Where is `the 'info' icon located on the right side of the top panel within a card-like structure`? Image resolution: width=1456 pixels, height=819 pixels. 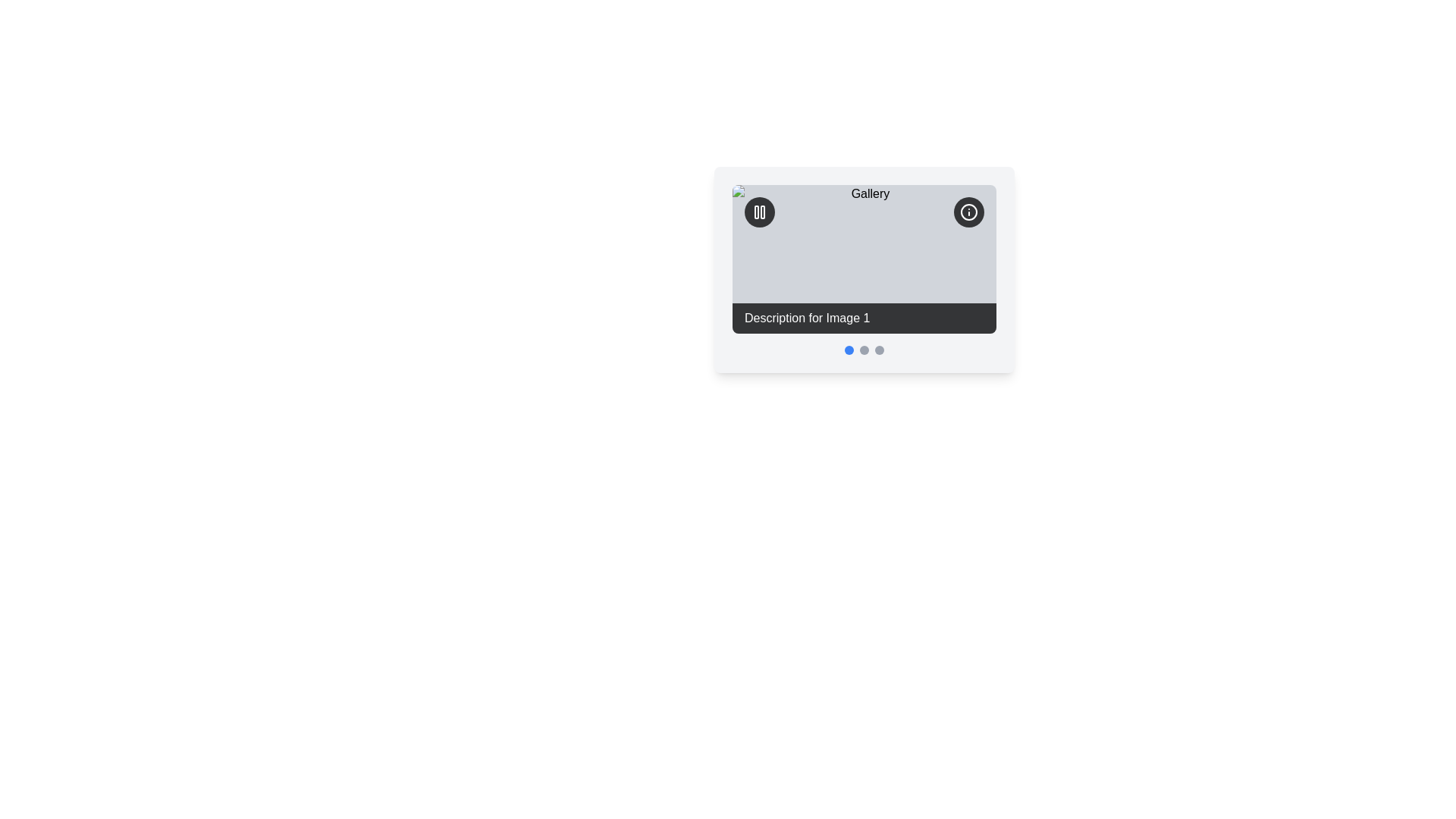
the 'info' icon located on the right side of the top panel within a card-like structure is located at coordinates (968, 212).